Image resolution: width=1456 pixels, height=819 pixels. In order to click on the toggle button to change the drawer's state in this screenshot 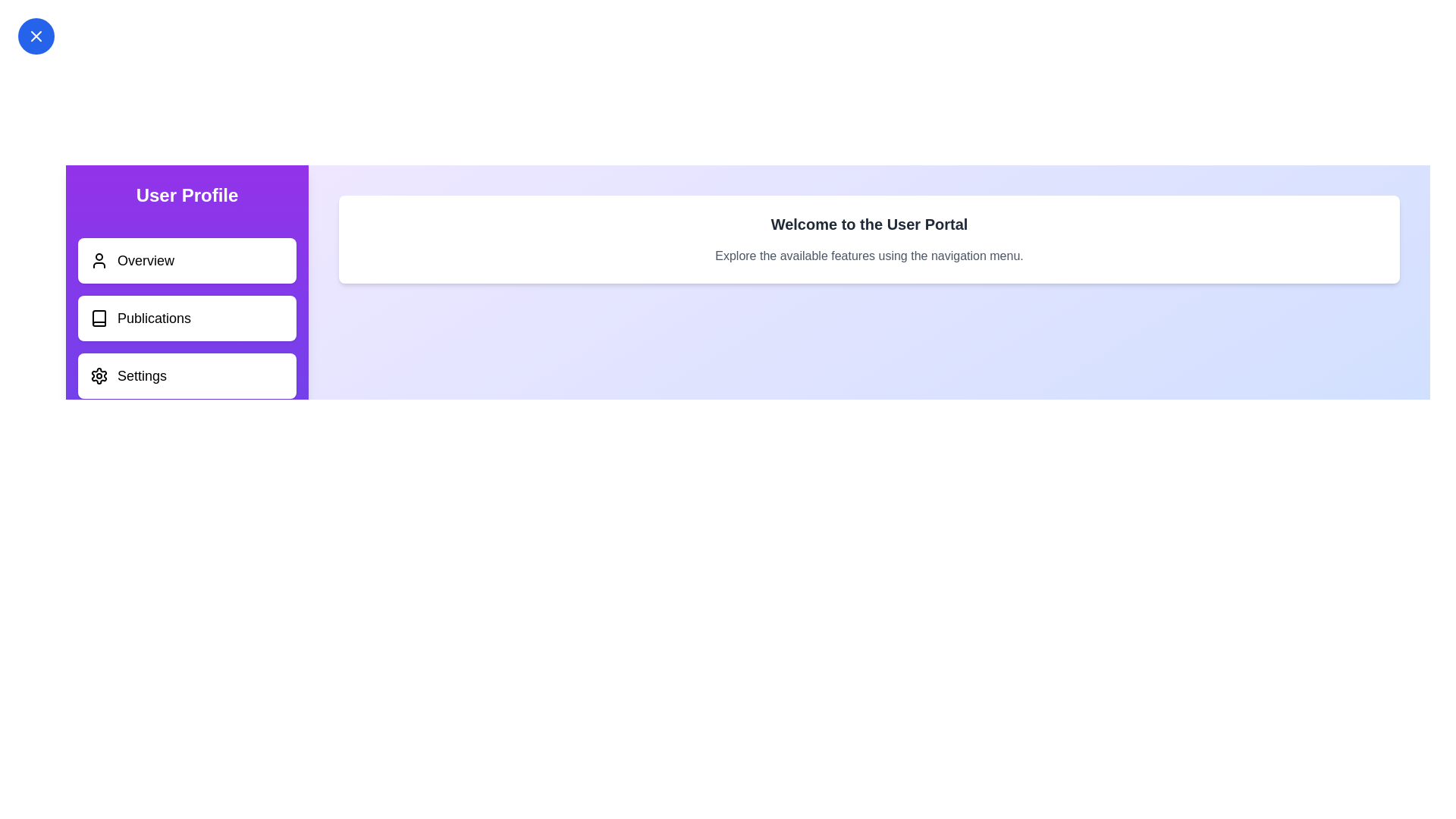, I will do `click(36, 35)`.